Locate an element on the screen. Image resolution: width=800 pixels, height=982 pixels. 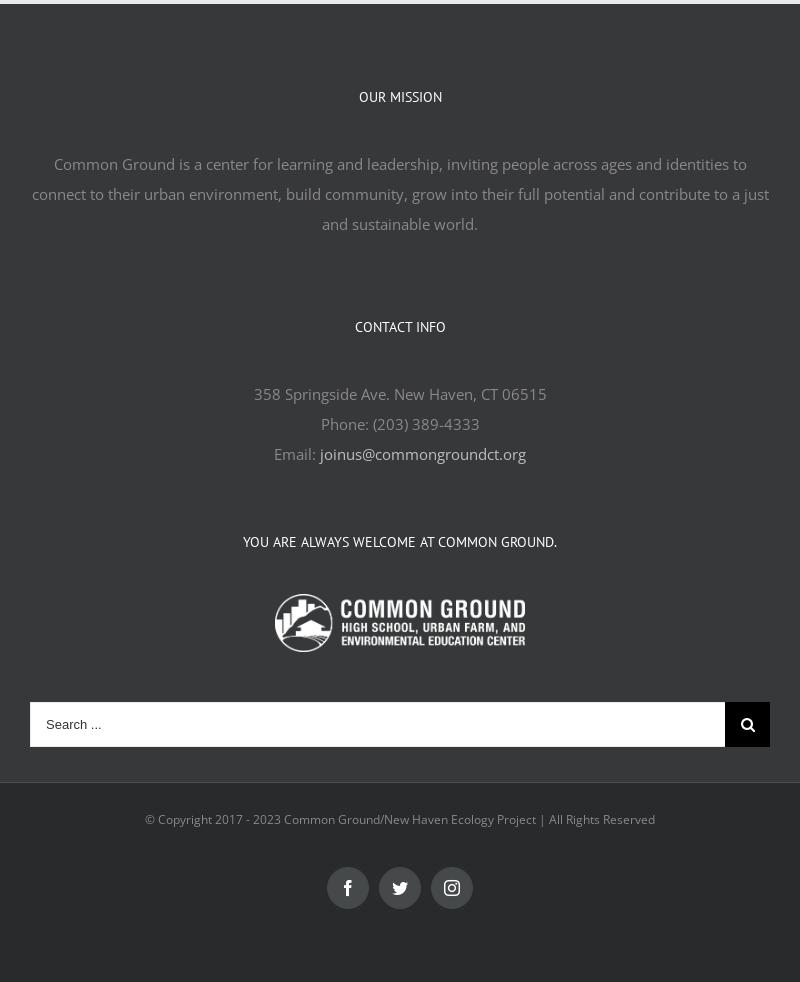
'© Copyright 2017 -' is located at coordinates (144, 818).